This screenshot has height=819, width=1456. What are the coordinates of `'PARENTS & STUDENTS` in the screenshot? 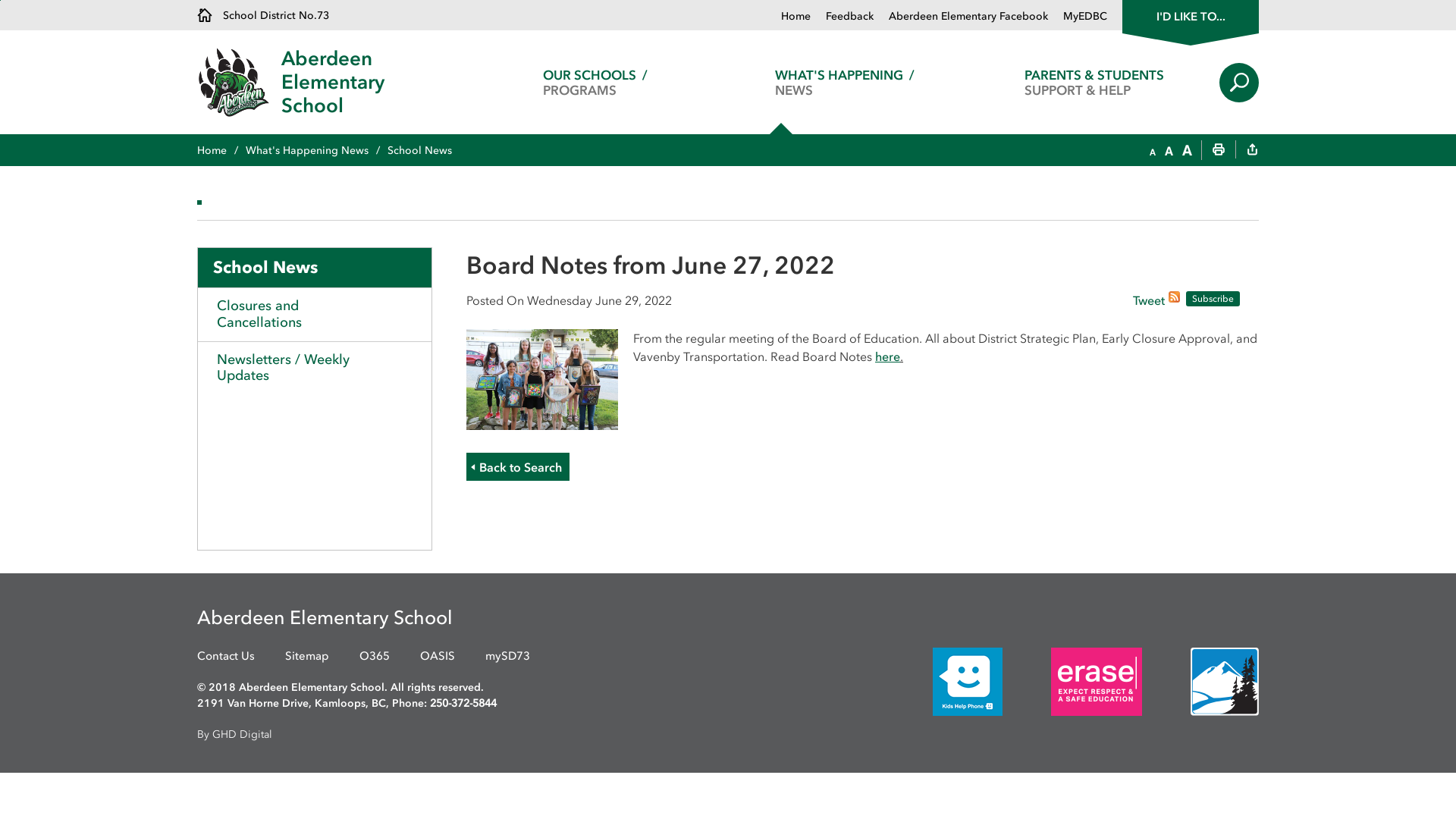 It's located at (1094, 82).